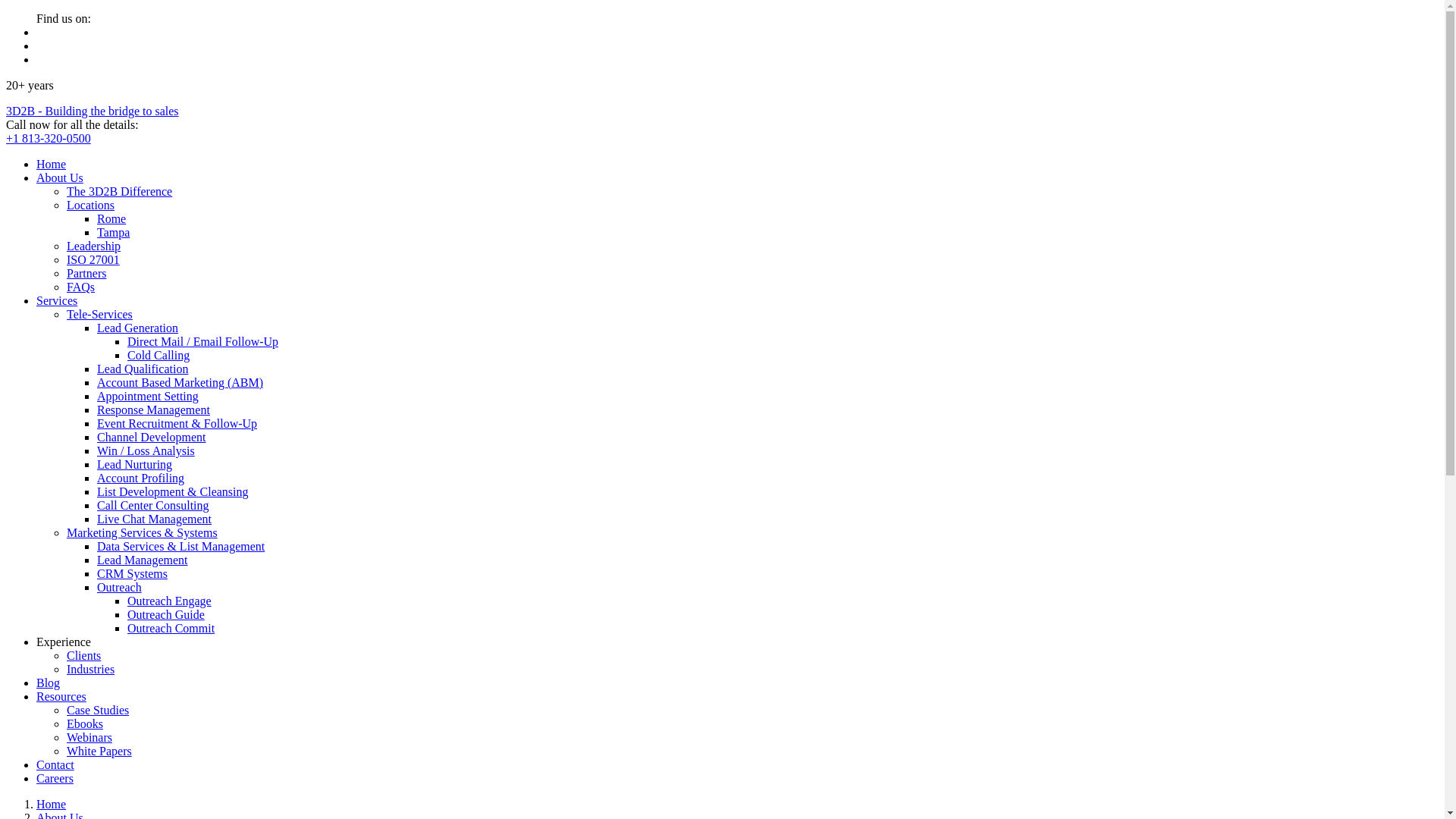  I want to click on 'Account Profiling', so click(140, 478).